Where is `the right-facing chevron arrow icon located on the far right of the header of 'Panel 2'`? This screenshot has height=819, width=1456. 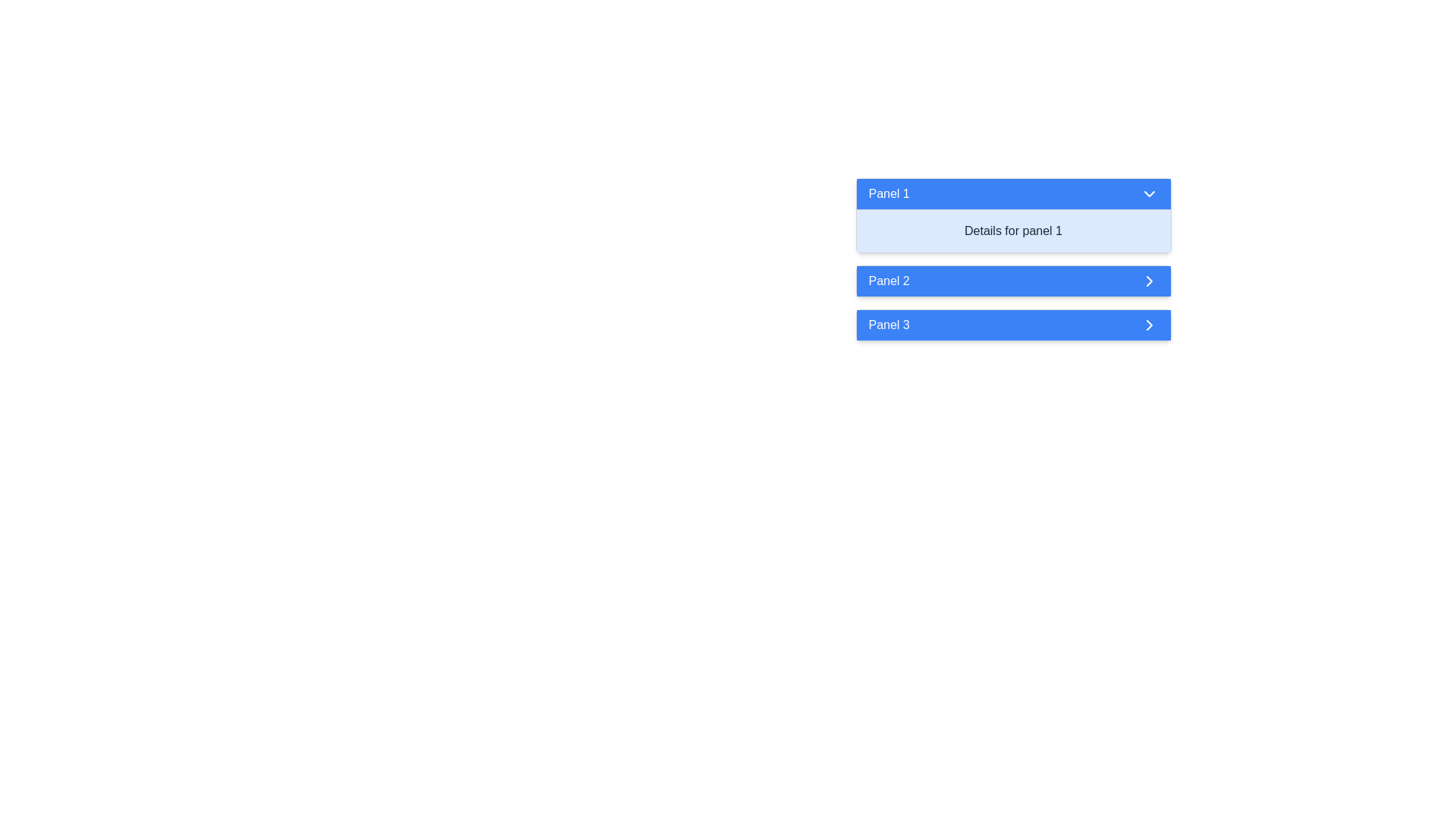
the right-facing chevron arrow icon located on the far right of the header of 'Panel 2' is located at coordinates (1149, 281).